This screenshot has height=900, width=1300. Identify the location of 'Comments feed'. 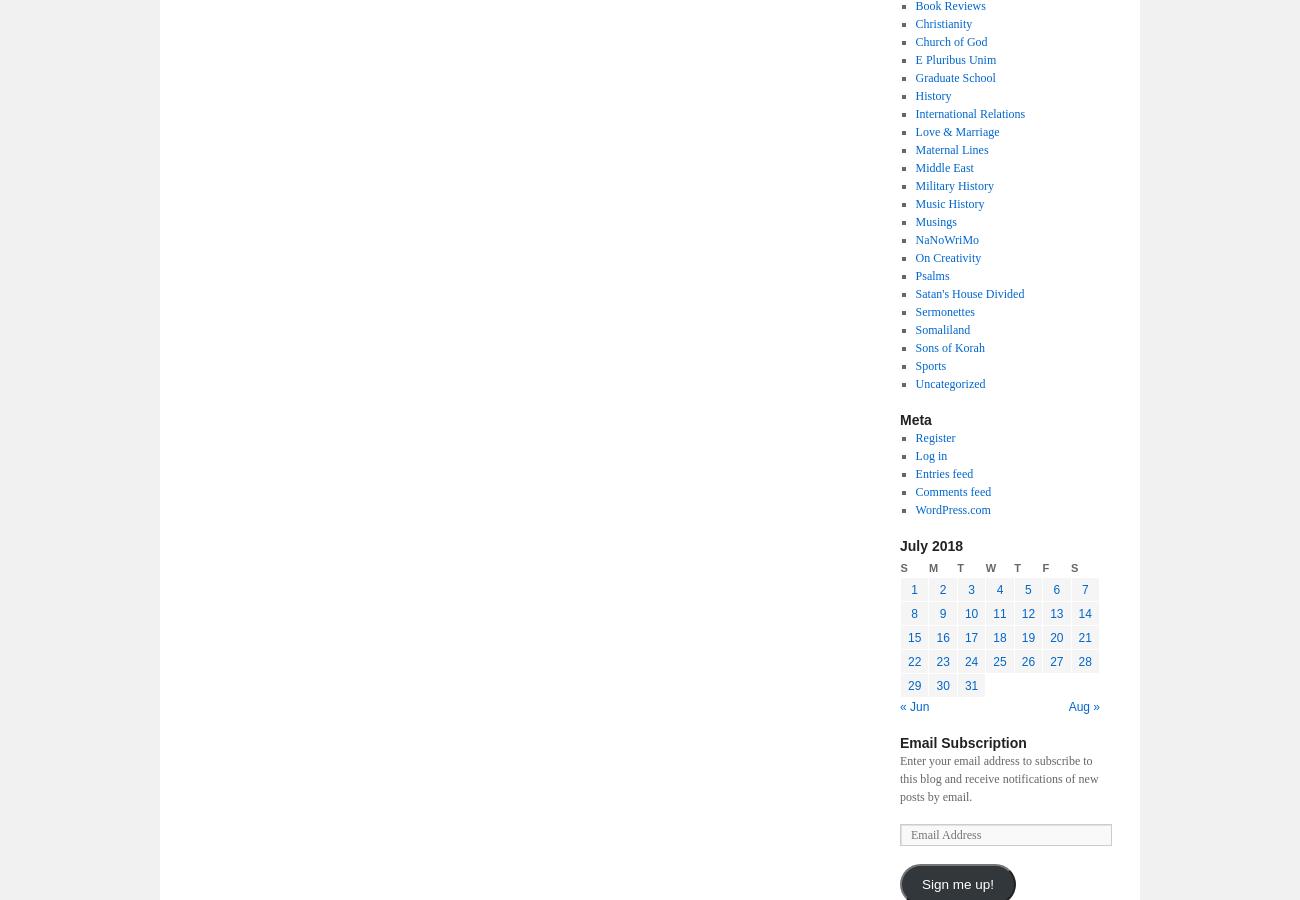
(913, 491).